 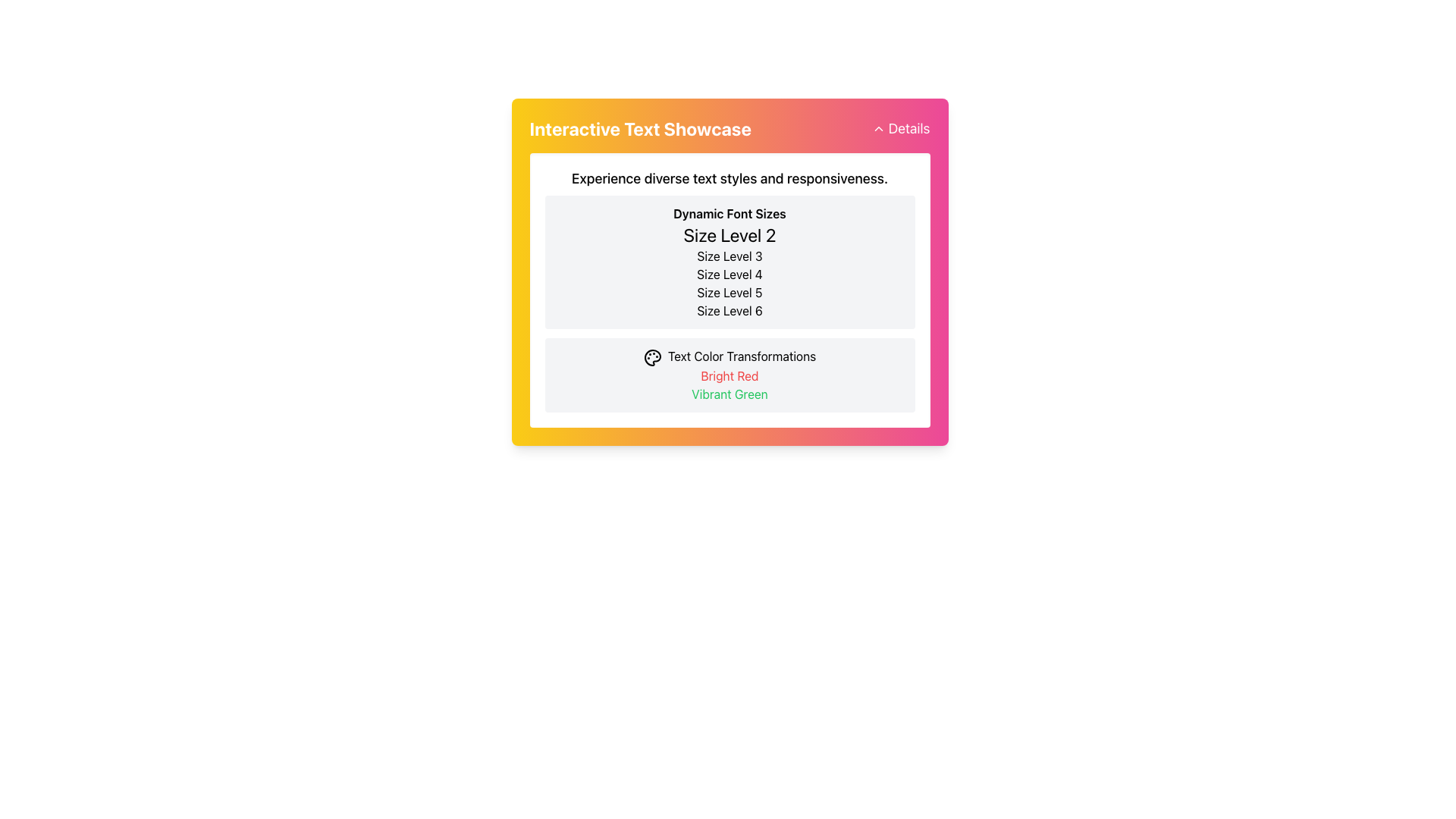 I want to click on the fourth text element in the vertical list, which is positioned below 'Size Level 3' and above 'Size Level 5', demonstrating dynamic font scaling, so click(x=730, y=275).